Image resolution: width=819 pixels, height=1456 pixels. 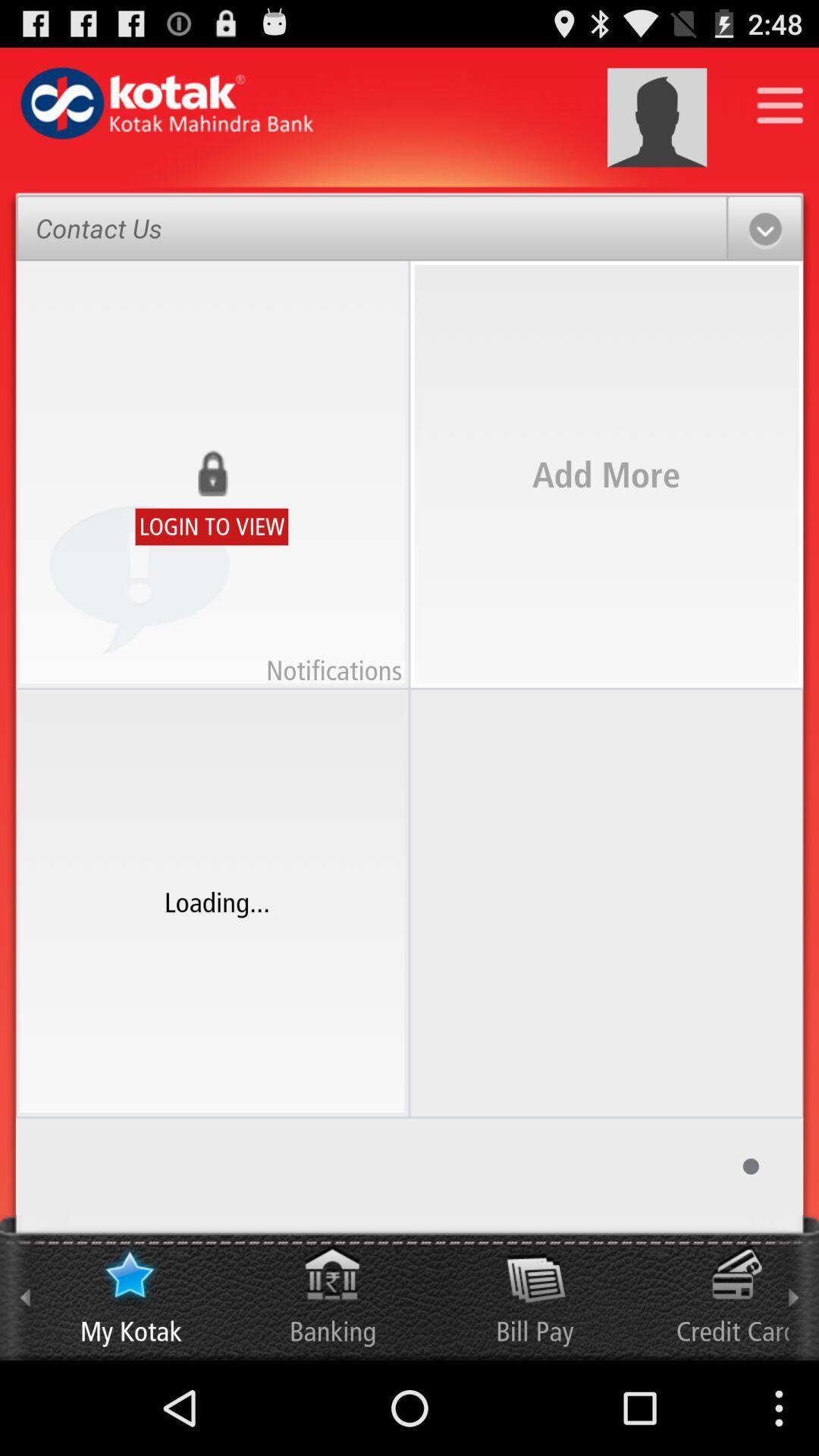 What do you see at coordinates (780, 111) in the screenshot?
I see `the menu icon` at bounding box center [780, 111].